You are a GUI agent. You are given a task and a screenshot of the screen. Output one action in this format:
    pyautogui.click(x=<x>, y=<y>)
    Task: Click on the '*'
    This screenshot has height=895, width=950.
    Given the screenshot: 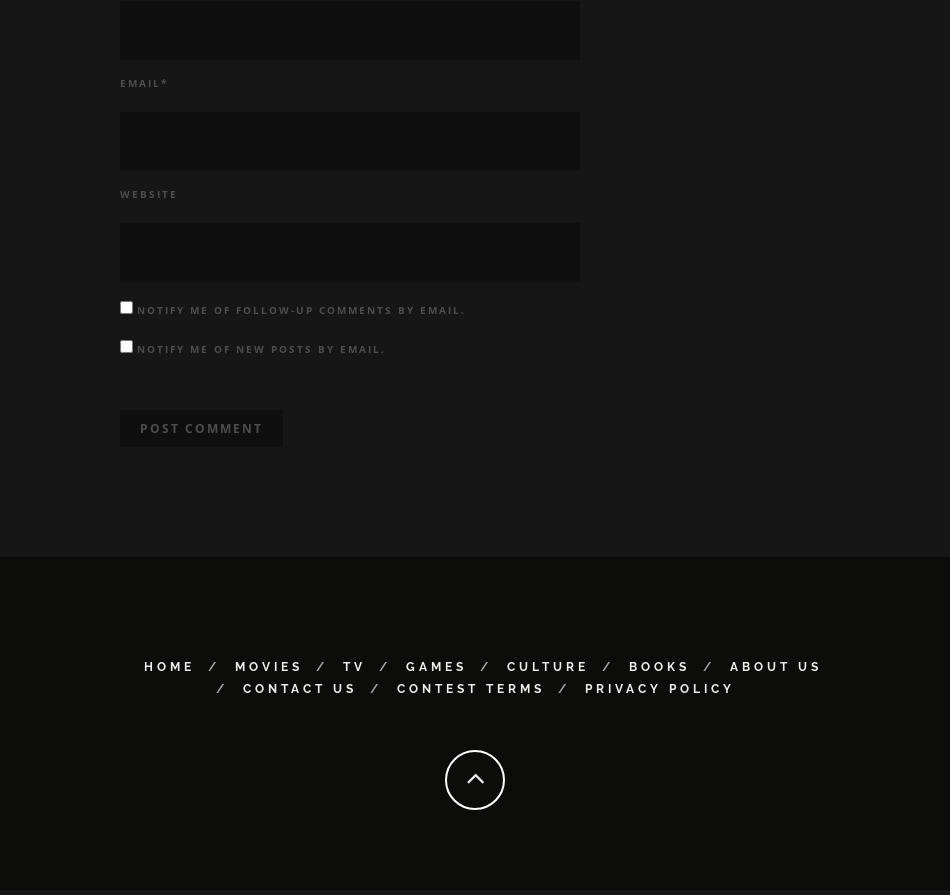 What is the action you would take?
    pyautogui.click(x=161, y=87)
    